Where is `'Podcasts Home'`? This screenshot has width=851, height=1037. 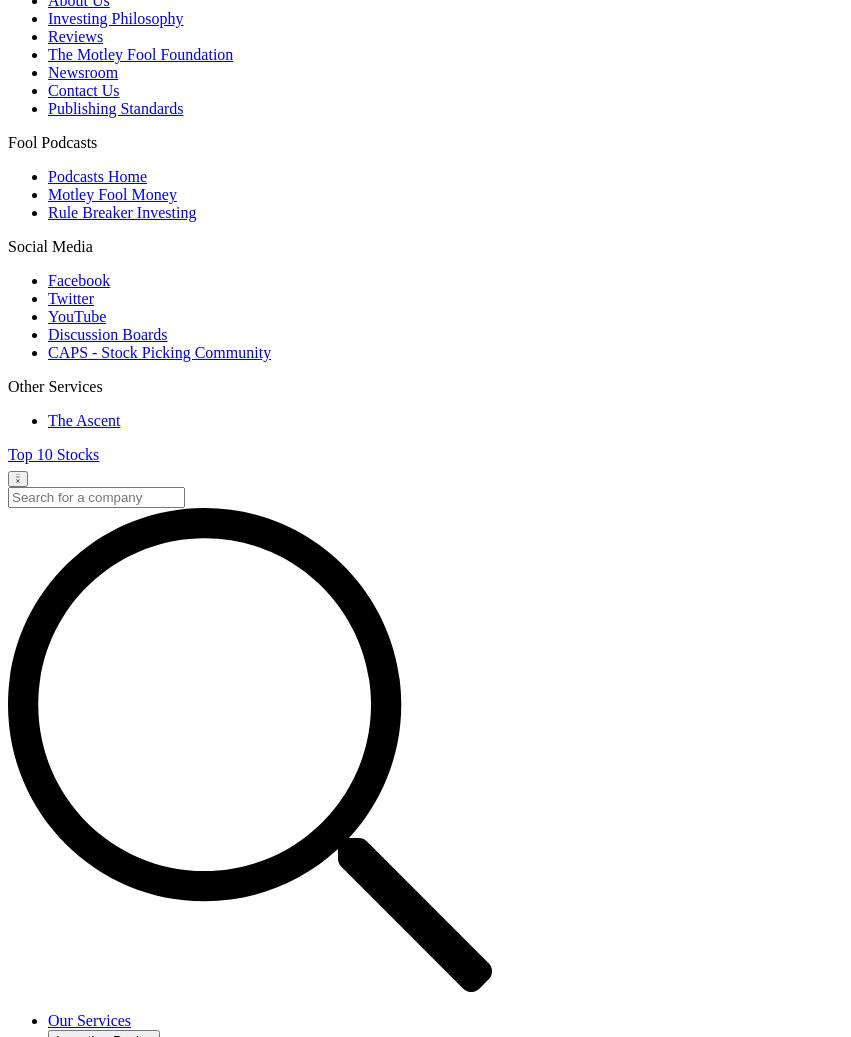 'Podcasts Home' is located at coordinates (96, 175).